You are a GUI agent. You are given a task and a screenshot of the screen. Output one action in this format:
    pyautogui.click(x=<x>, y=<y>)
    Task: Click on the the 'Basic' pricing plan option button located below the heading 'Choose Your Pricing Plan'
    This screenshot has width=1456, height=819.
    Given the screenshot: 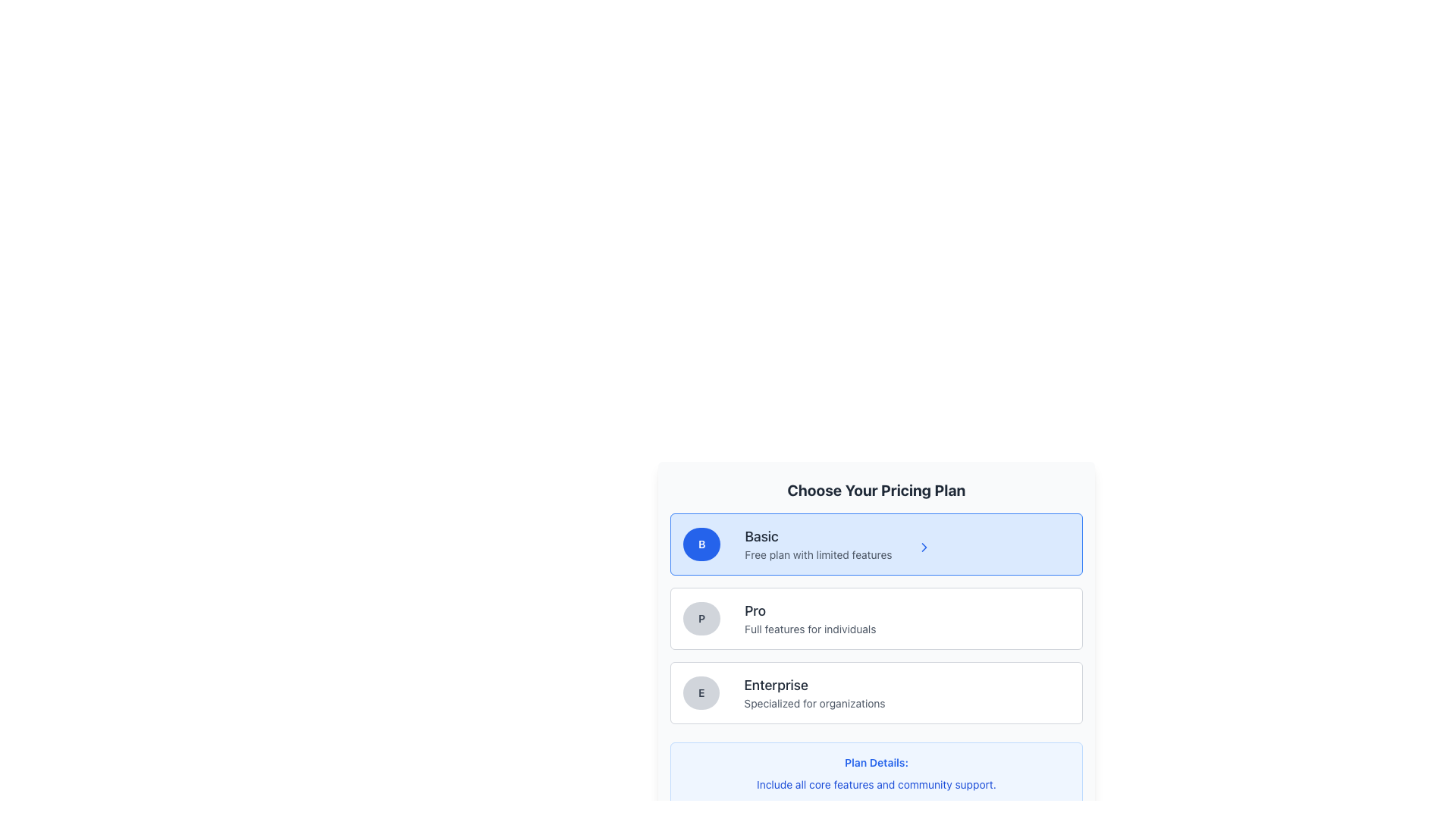 What is the action you would take?
    pyautogui.click(x=877, y=543)
    